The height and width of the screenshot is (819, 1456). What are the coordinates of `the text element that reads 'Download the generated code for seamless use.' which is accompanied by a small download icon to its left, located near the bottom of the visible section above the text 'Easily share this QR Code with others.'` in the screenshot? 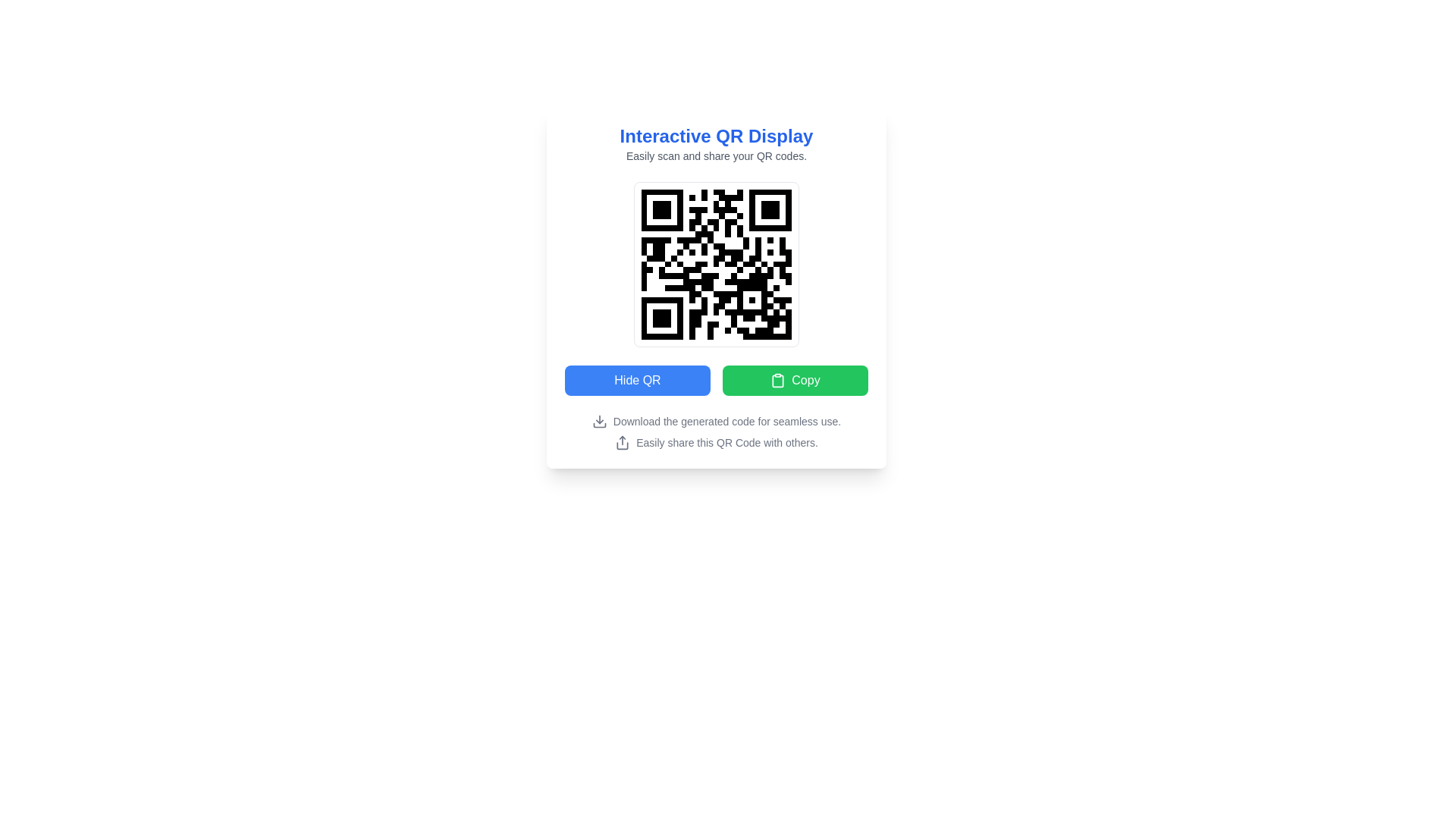 It's located at (716, 421).